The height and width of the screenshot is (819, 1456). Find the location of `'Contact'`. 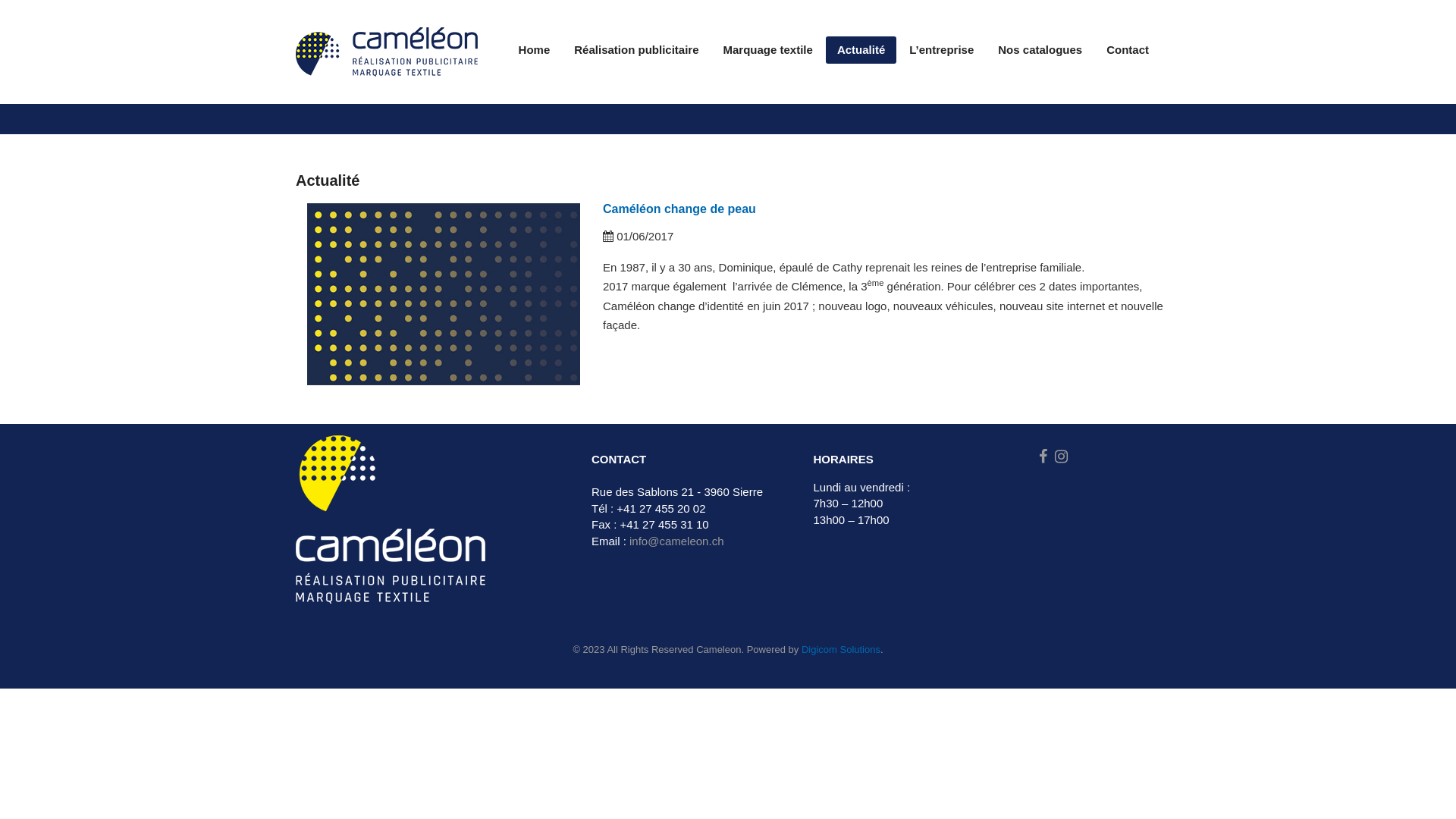

'Contact' is located at coordinates (1128, 49).